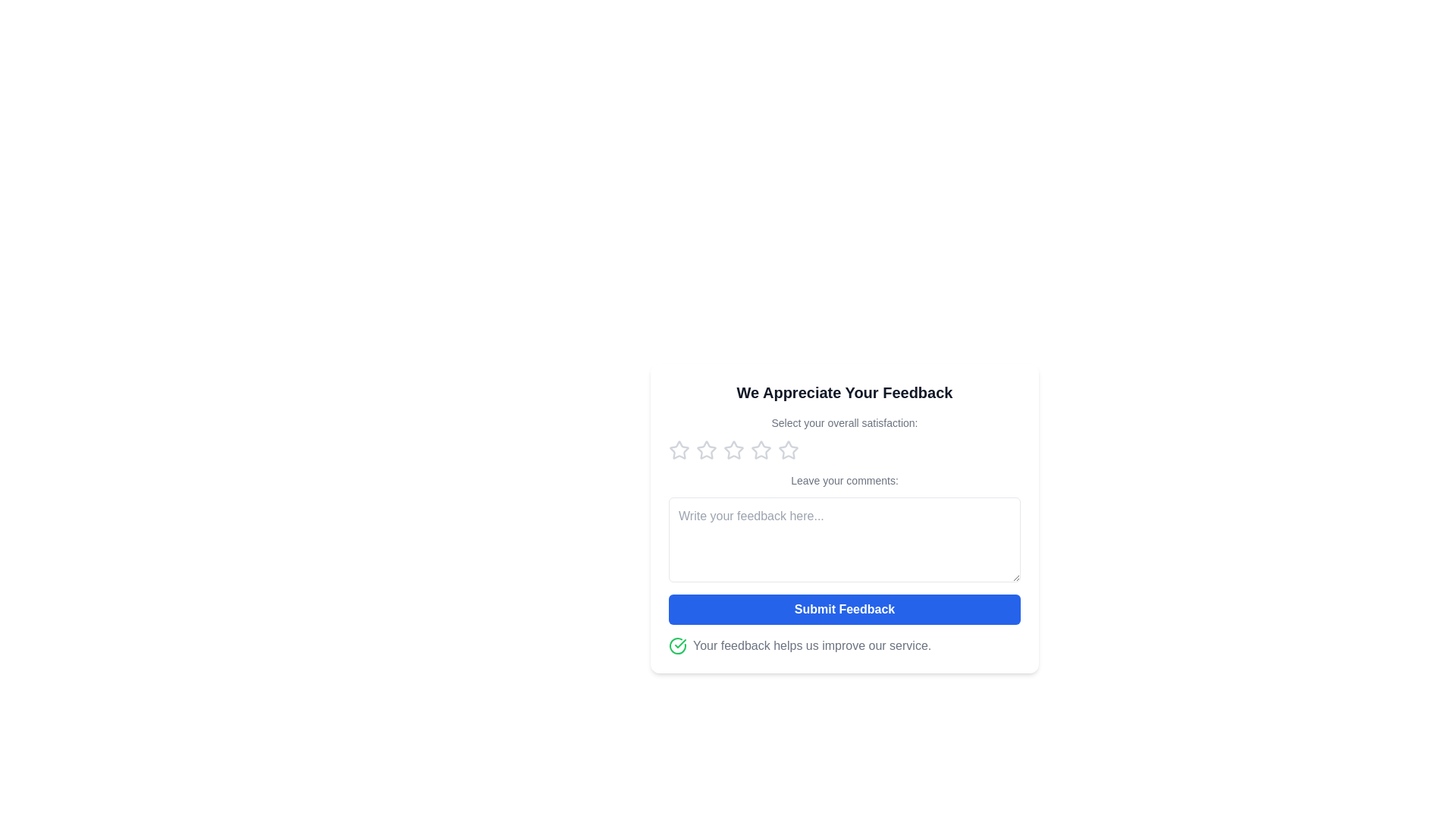 The width and height of the screenshot is (1456, 819). I want to click on the Text Label at the top of the feedback form card, which indicates the intent of the form, so click(843, 391).